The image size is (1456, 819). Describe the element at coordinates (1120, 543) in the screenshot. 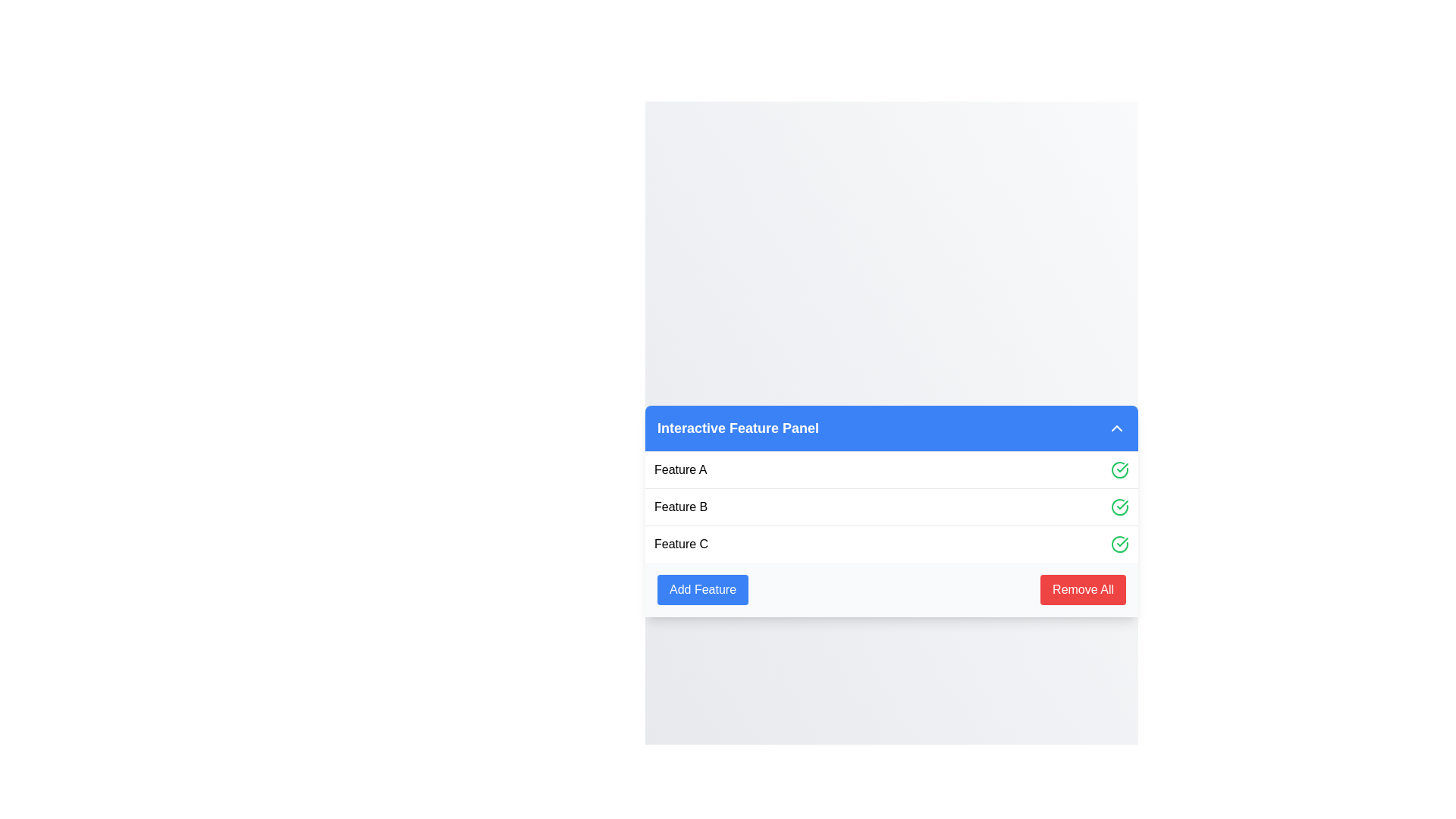

I see `the success icon with a circular outline and checkmark, located to the right of the 'Feature C' text within the 'Interactive Feature Panel'` at that location.